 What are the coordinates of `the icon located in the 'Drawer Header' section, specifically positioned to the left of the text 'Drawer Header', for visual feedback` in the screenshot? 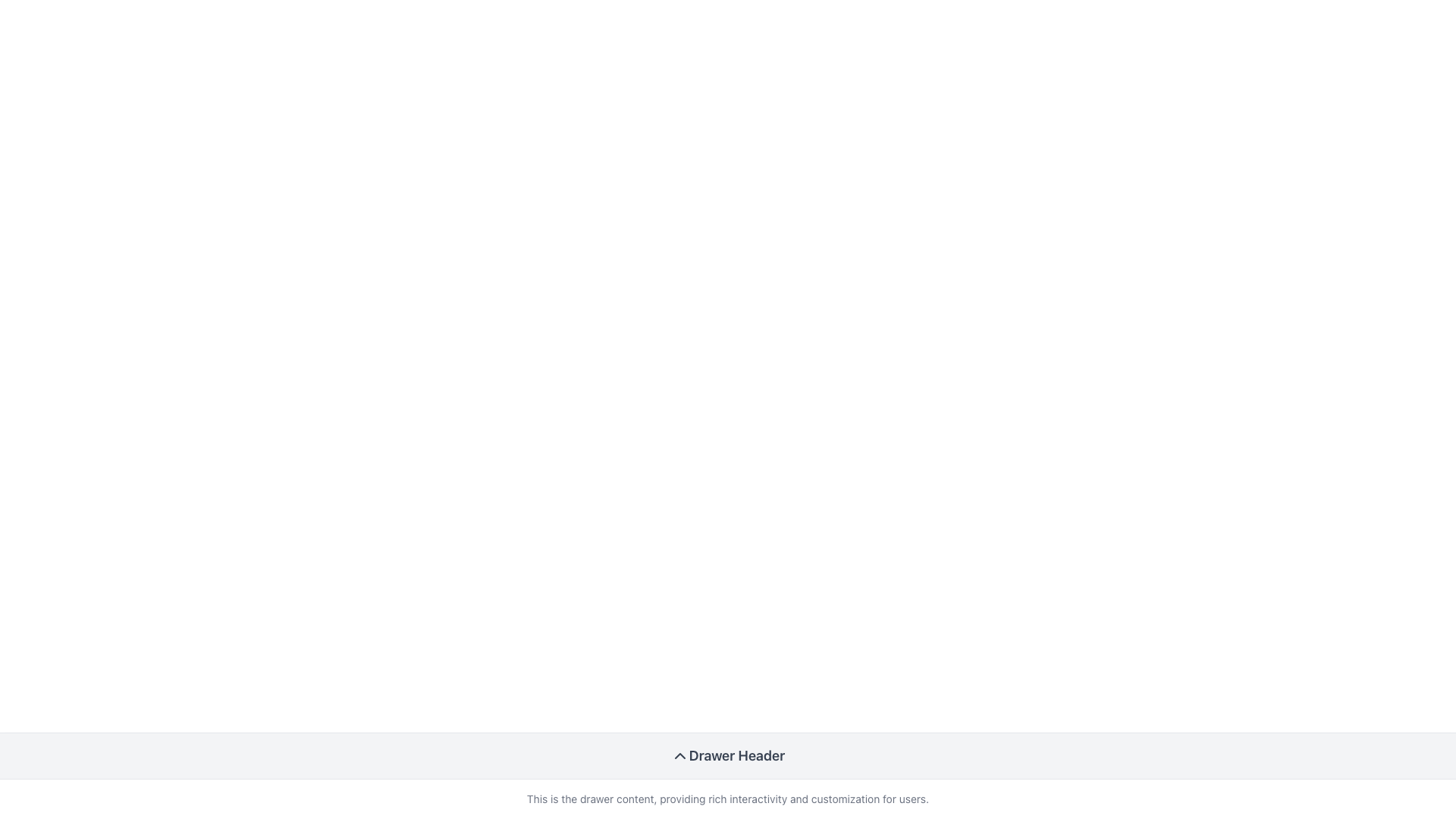 It's located at (679, 755).